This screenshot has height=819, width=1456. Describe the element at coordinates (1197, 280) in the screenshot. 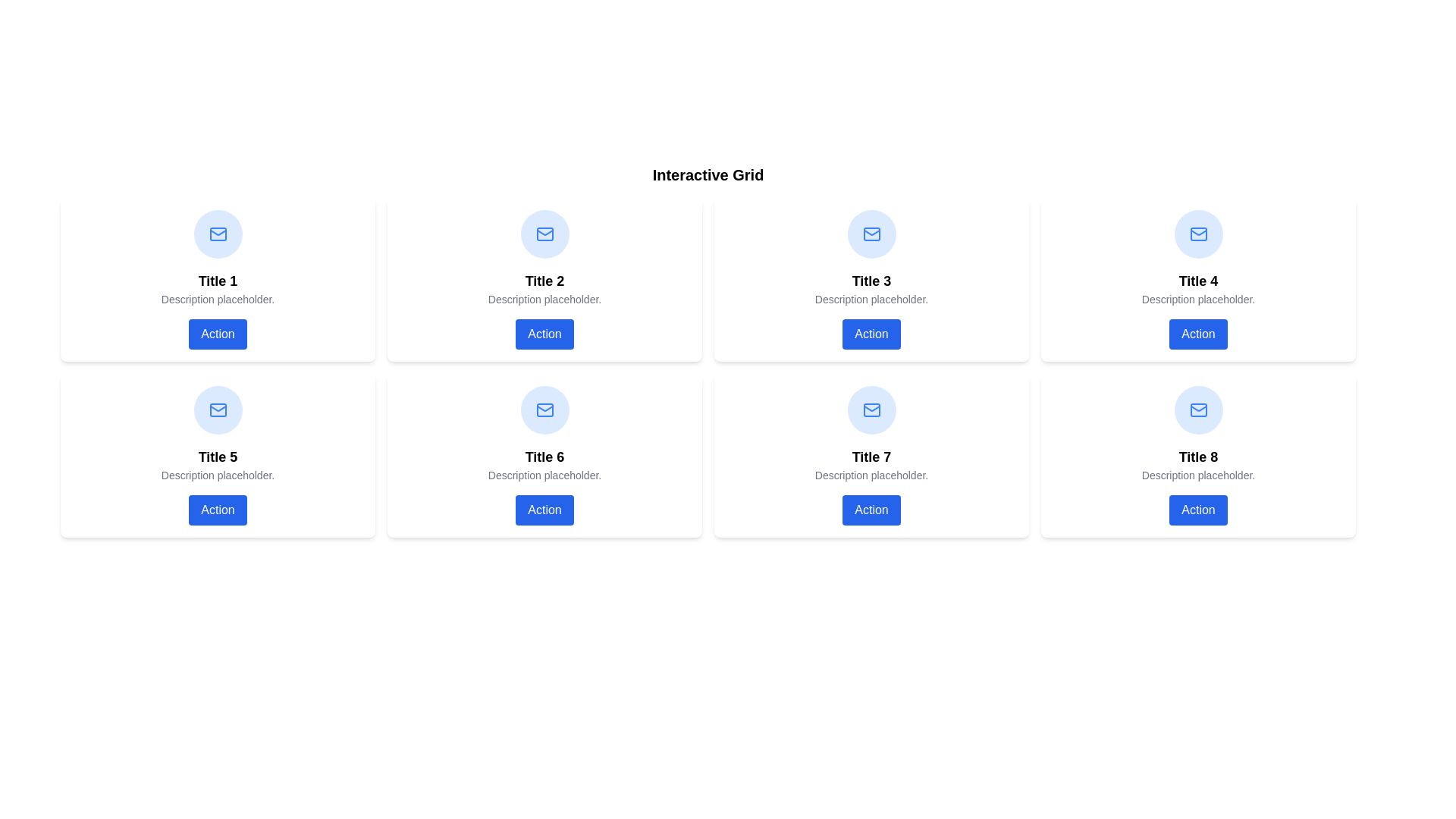

I see `the fourth card in the grid layout, which is a vertically oriented white card with rounded corners, featuring a blue button labeled 'Action'` at that location.